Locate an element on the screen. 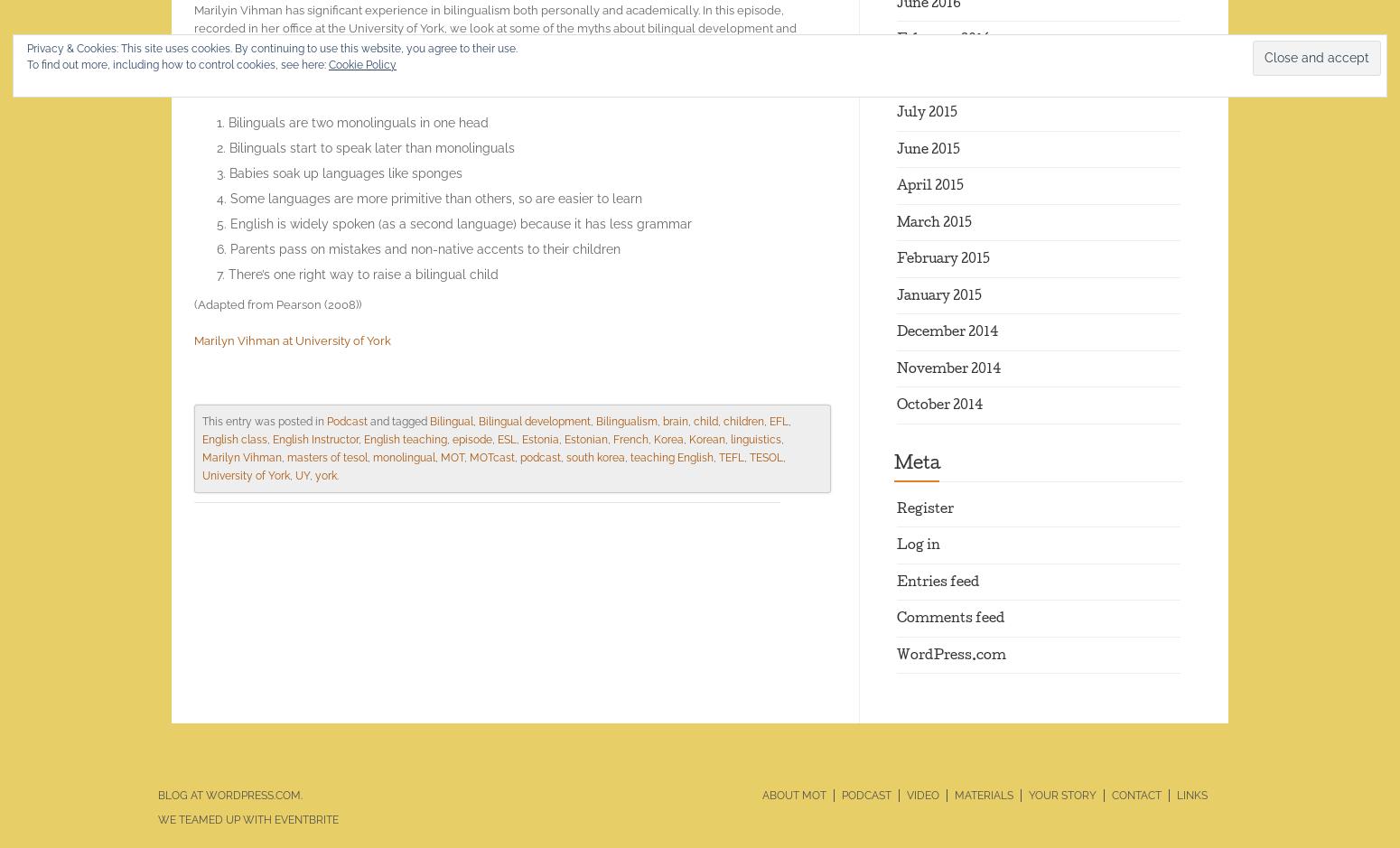 The image size is (1400, 848). 'children' is located at coordinates (742, 421).